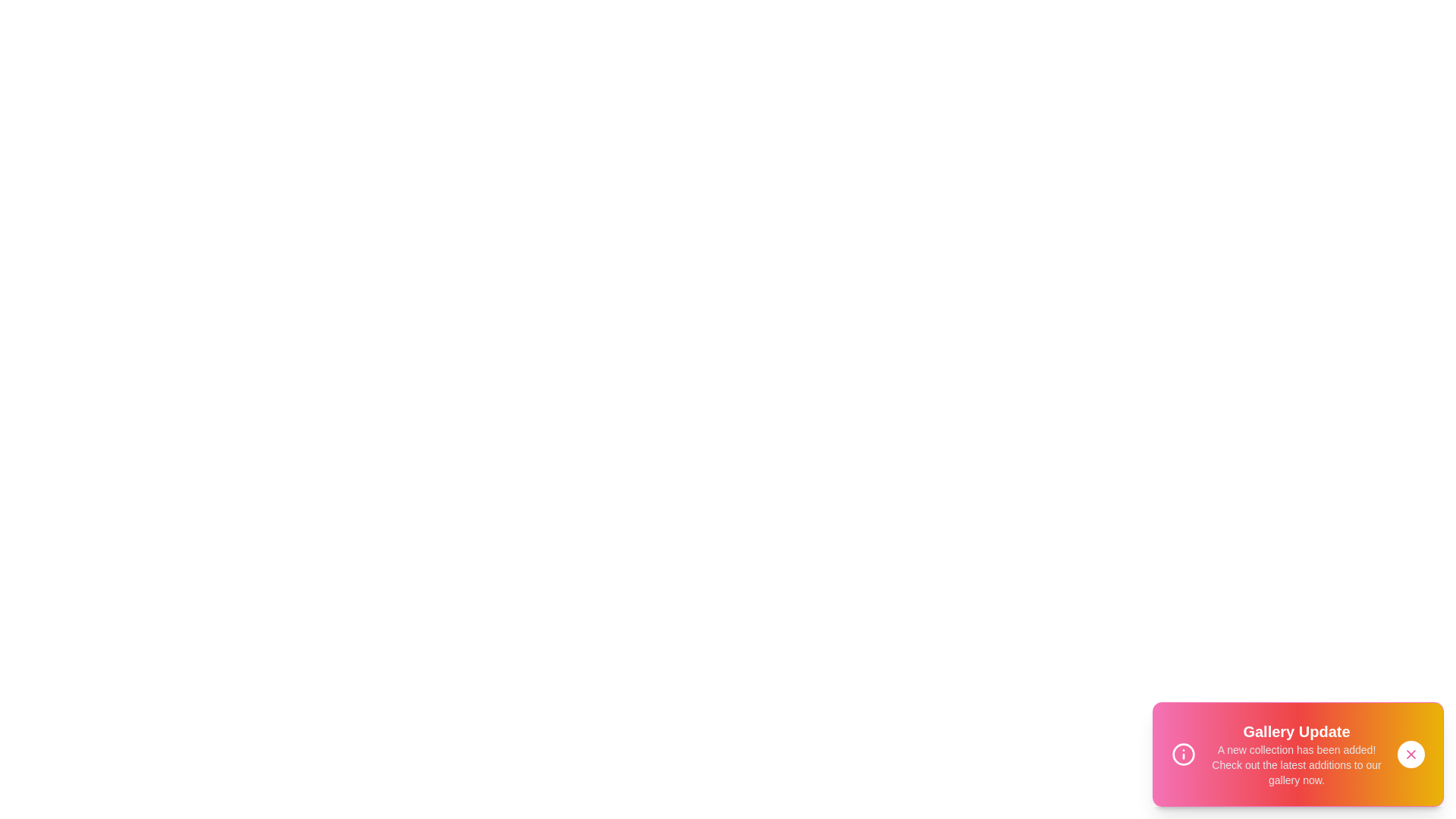  What do you see at coordinates (1410, 755) in the screenshot?
I see `close button on the snackbar` at bounding box center [1410, 755].